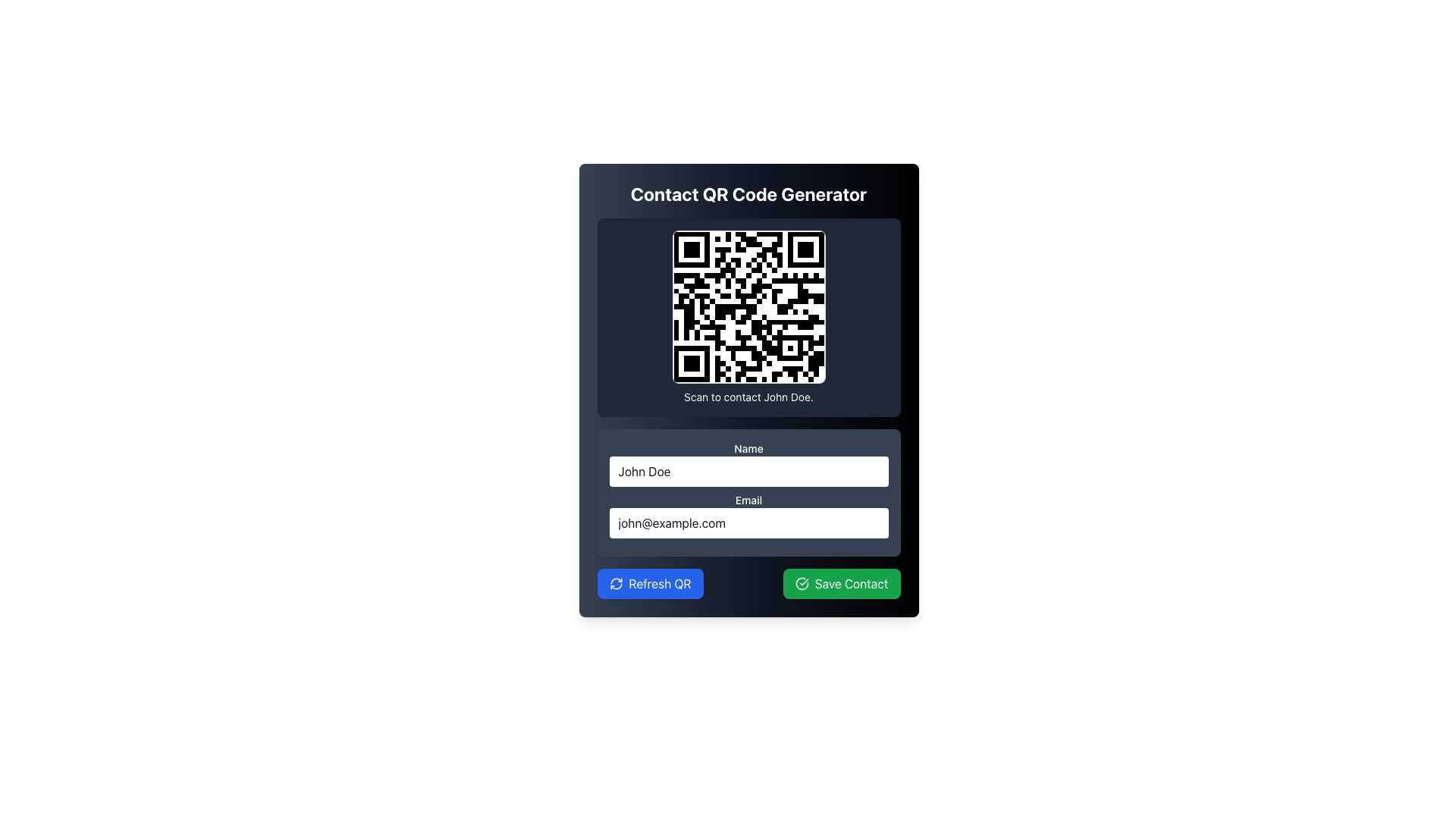  Describe the element at coordinates (616, 583) in the screenshot. I see `the visual style of the refresh icon, which is a circular arrow design in white on a blue background, located within the 'Refresh QR' button at the bottom-left section of the UI` at that location.